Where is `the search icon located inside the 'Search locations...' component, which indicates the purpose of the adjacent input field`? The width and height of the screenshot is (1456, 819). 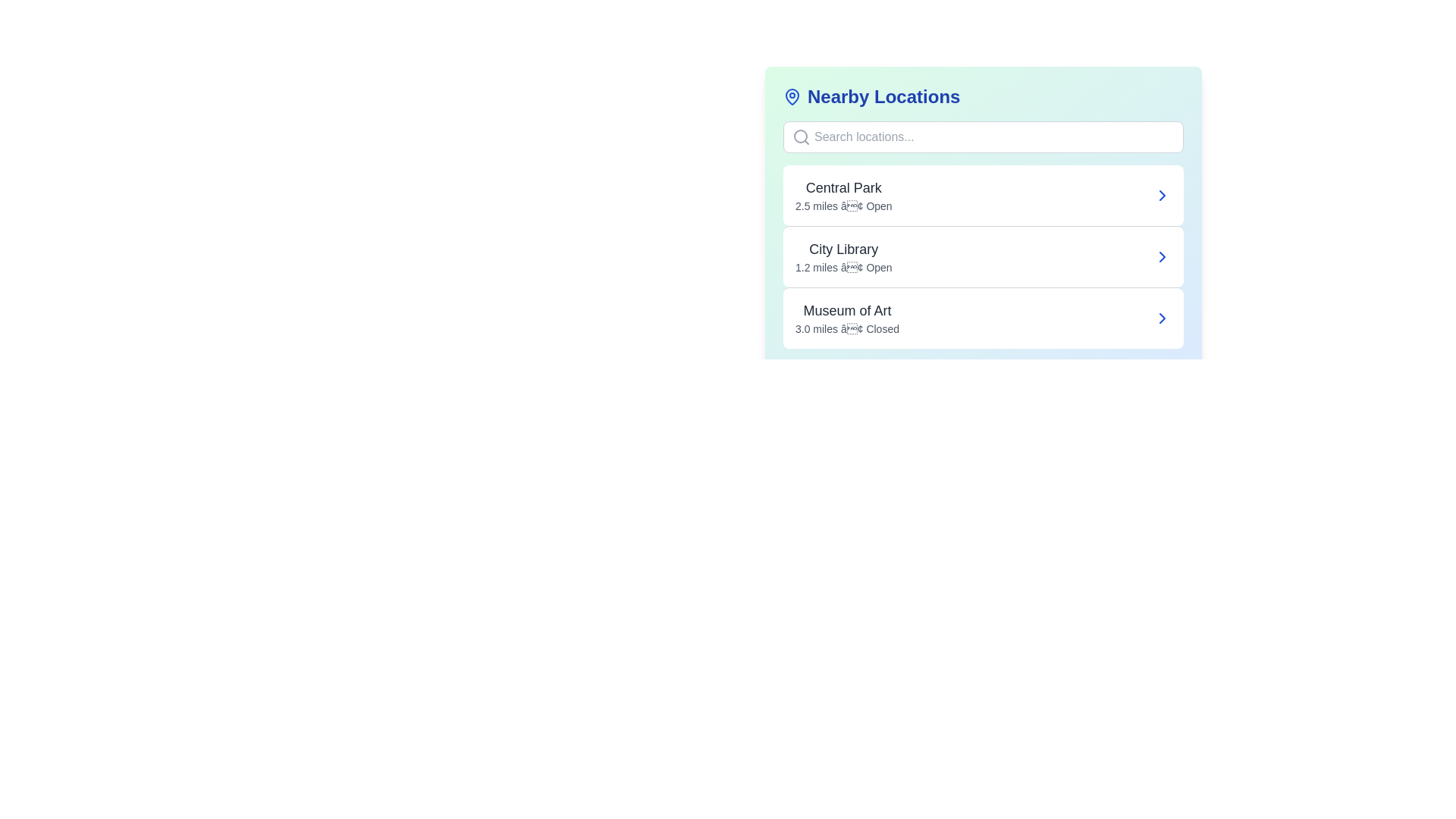 the search icon located inside the 'Search locations...' component, which indicates the purpose of the adjacent input field is located at coordinates (800, 137).